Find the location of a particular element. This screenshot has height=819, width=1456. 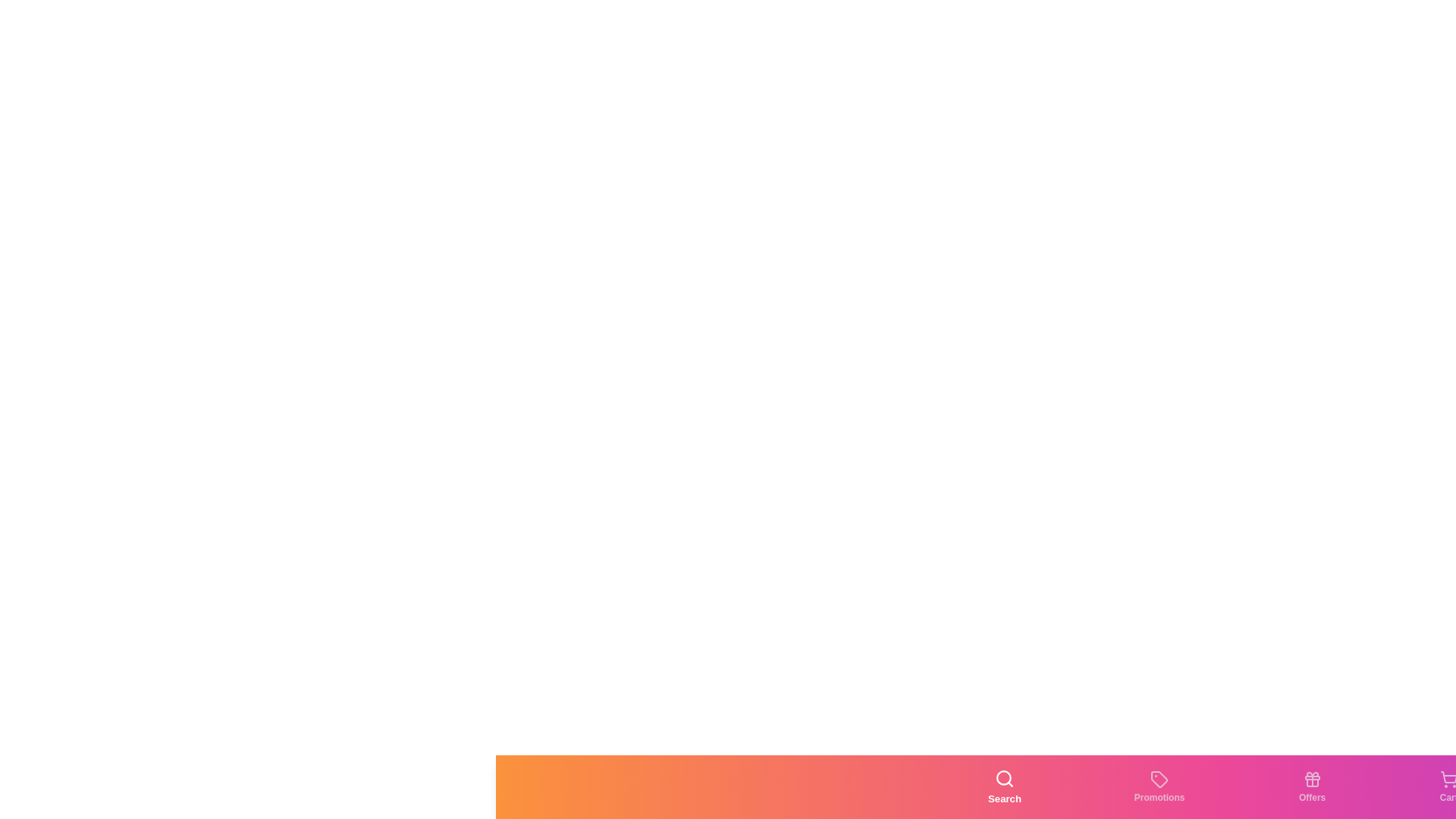

the Cart tab by clicking the corresponding button is located at coordinates (1448, 786).